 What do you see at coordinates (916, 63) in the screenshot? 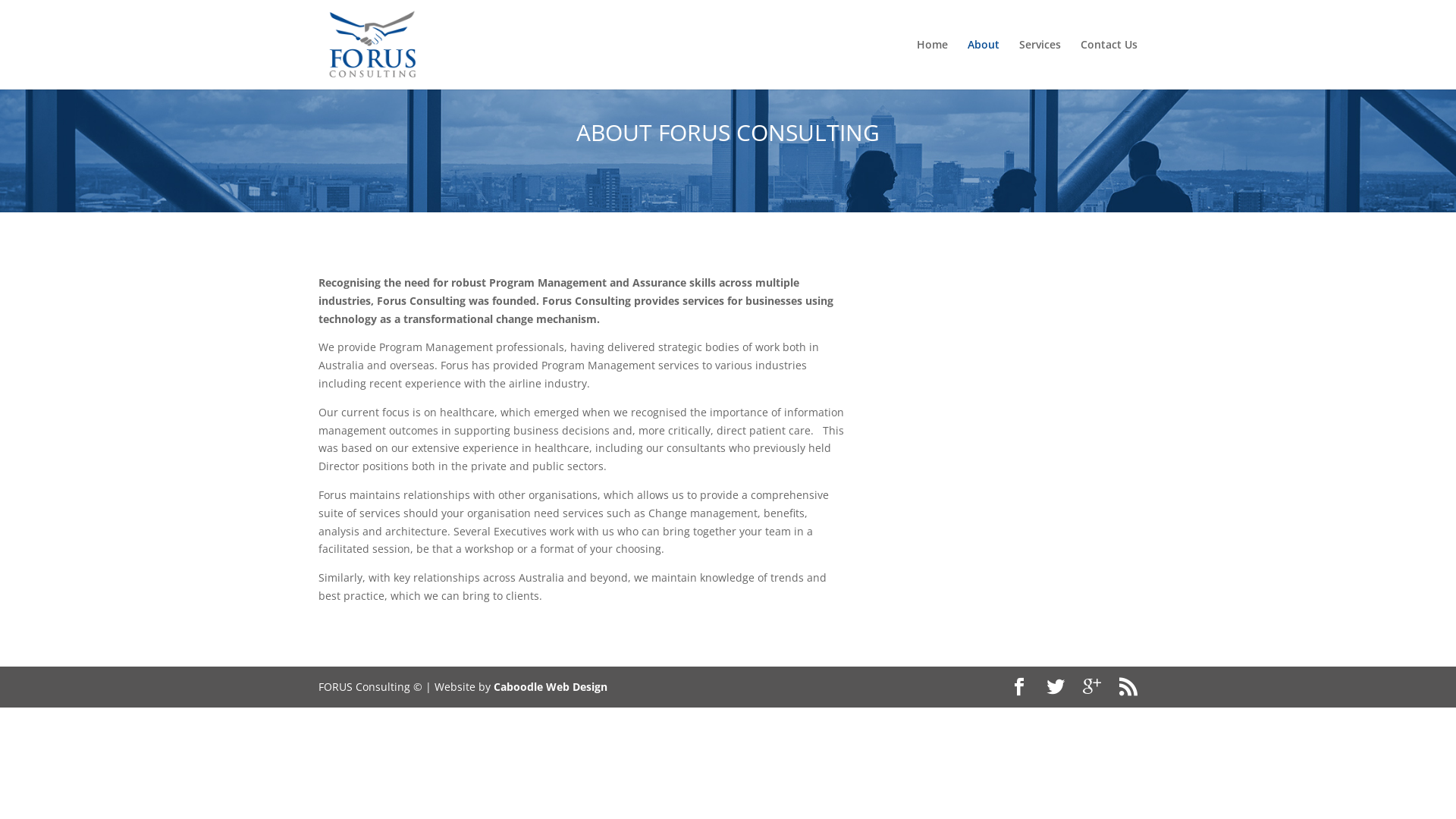
I see `'Home'` at bounding box center [916, 63].